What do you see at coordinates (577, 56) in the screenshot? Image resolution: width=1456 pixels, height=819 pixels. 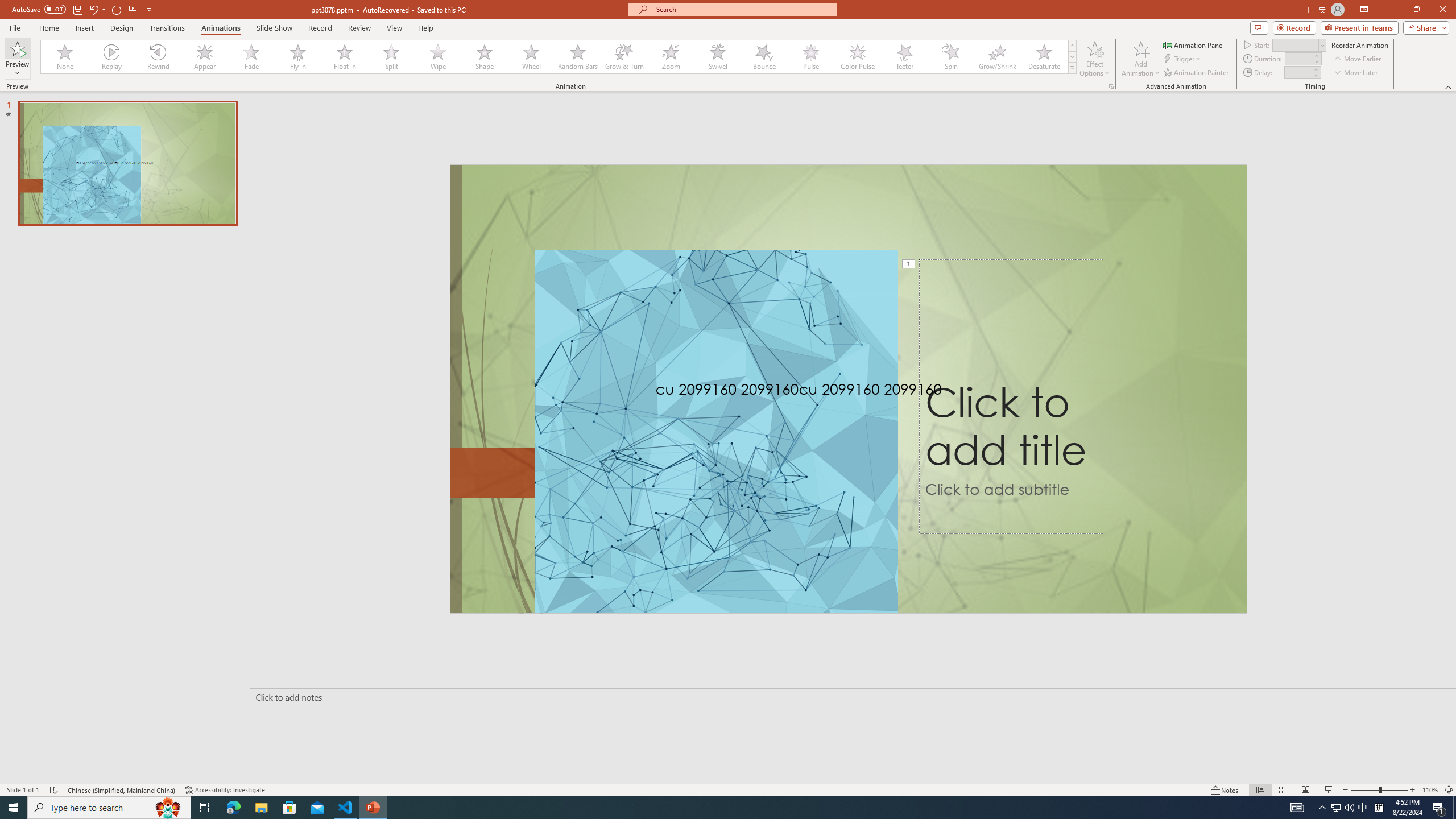 I see `'Random Bars'` at bounding box center [577, 56].